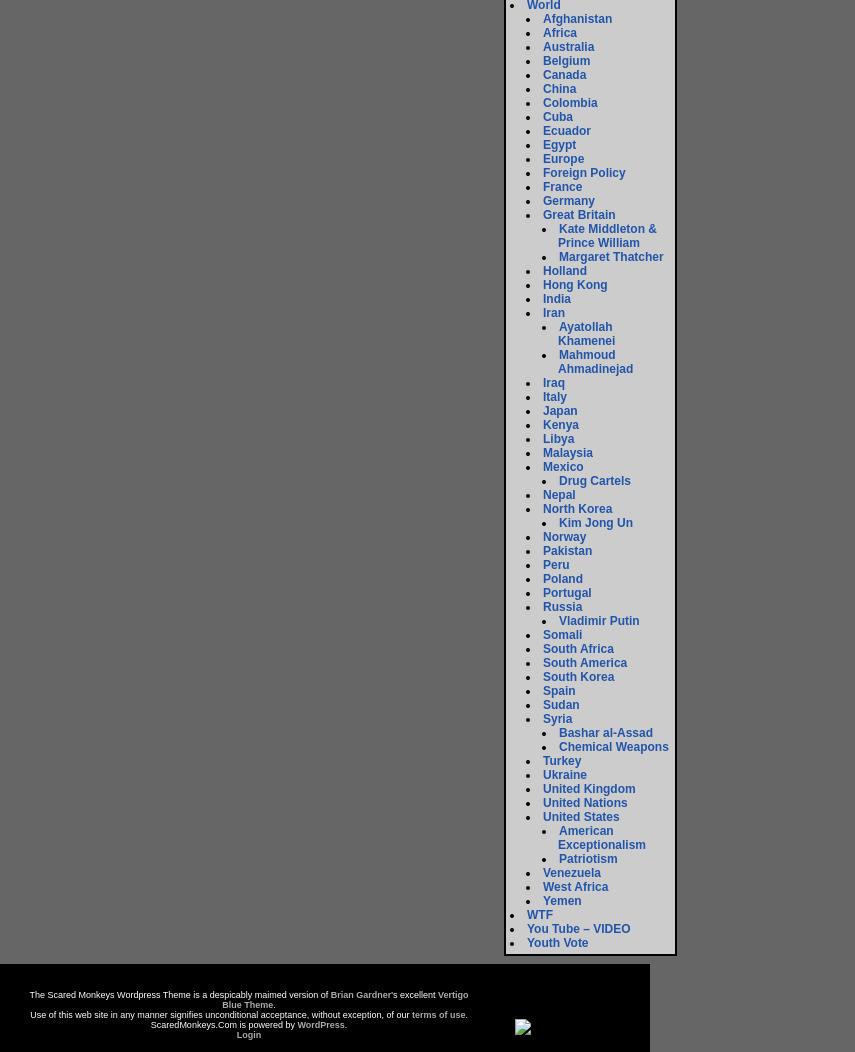 The width and height of the screenshot is (855, 1052). What do you see at coordinates (567, 46) in the screenshot?
I see `'Australia'` at bounding box center [567, 46].